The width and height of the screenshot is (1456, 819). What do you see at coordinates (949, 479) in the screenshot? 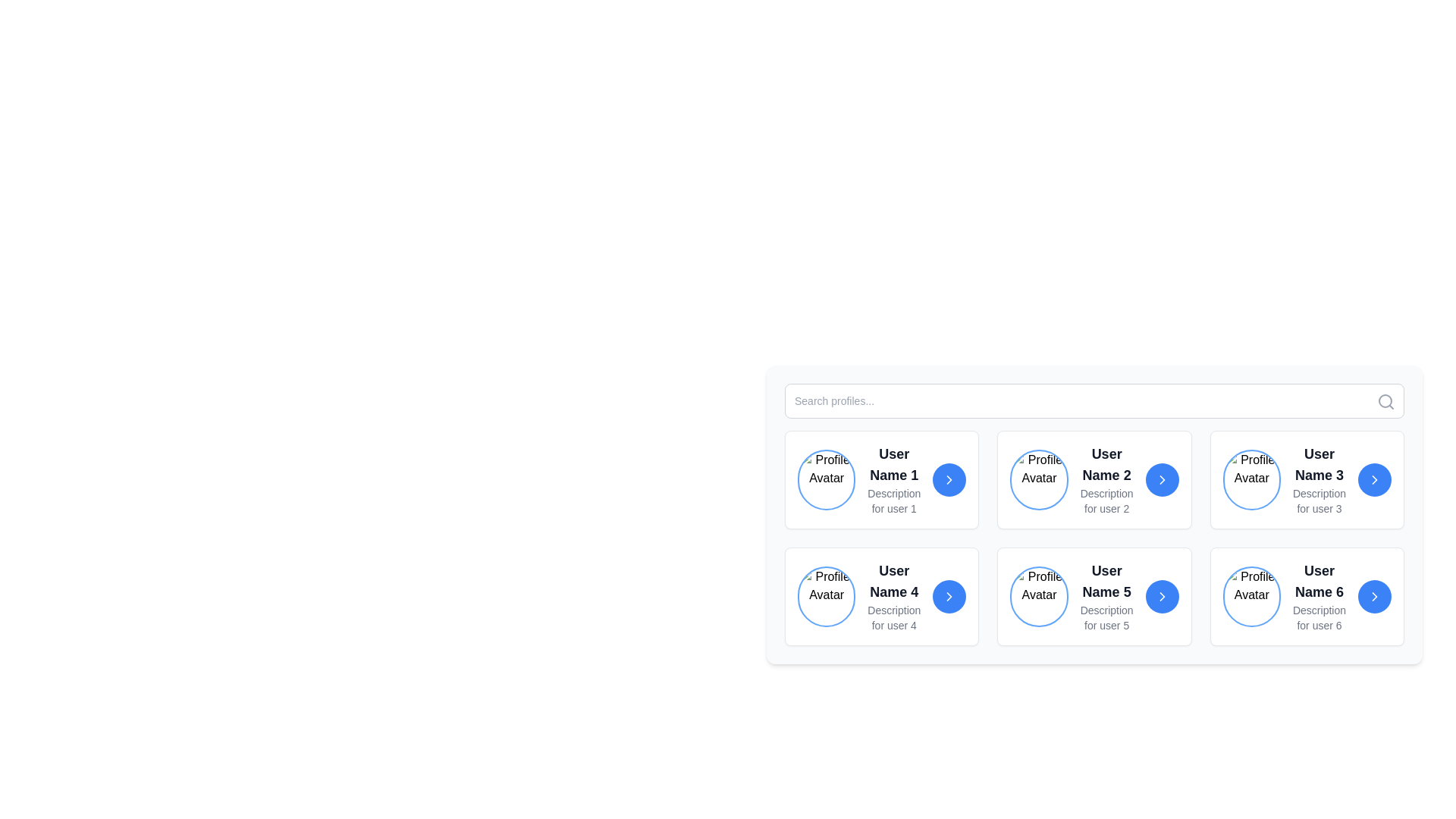
I see `the chevron-right arrow icon located within the user profile card for 'User Name 1'` at bounding box center [949, 479].